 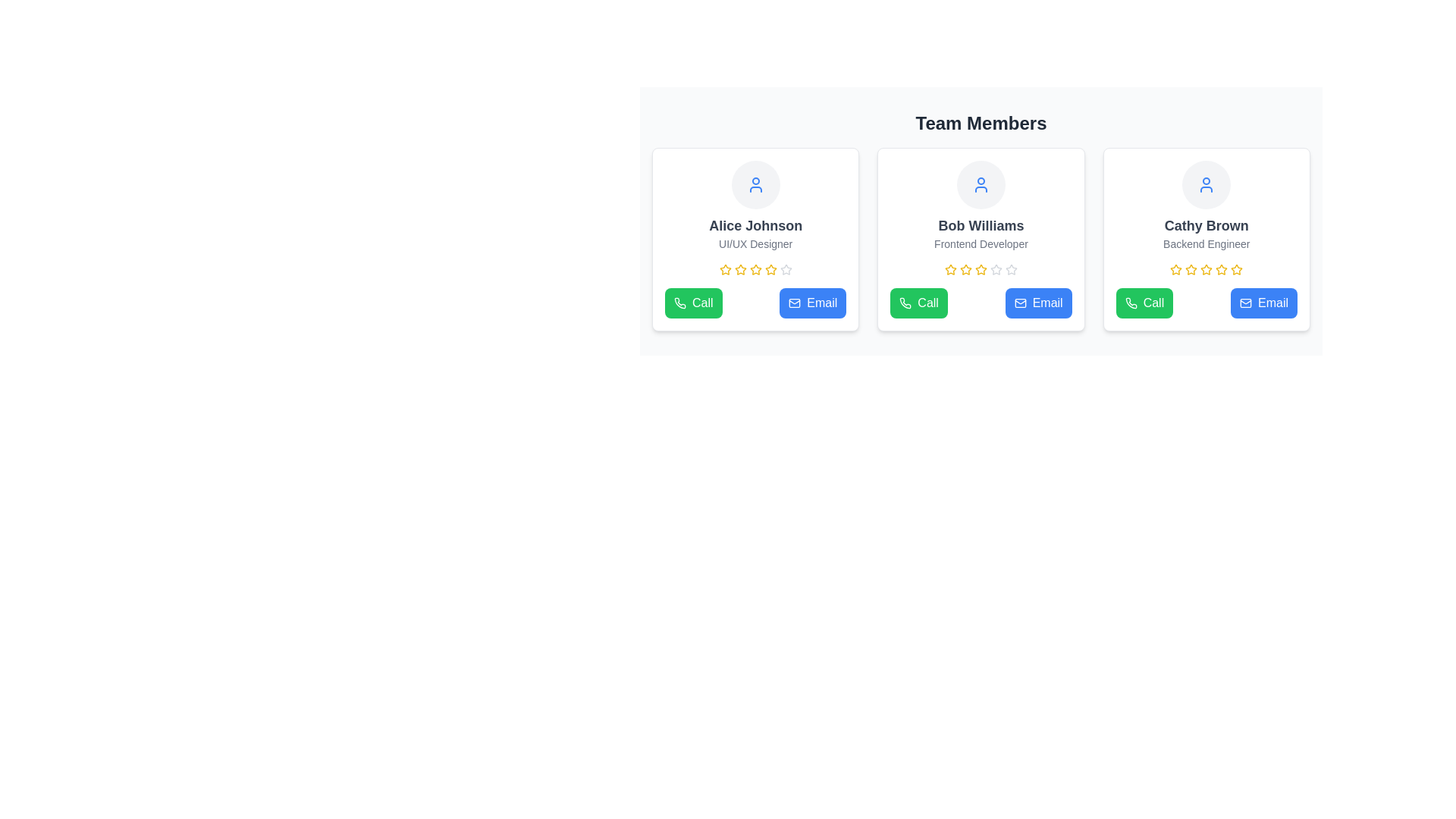 What do you see at coordinates (812, 303) in the screenshot?
I see `the 'Email' button located in the bottom-right corner of the card associated with 'Alice Johnson' for visual feedback` at bounding box center [812, 303].